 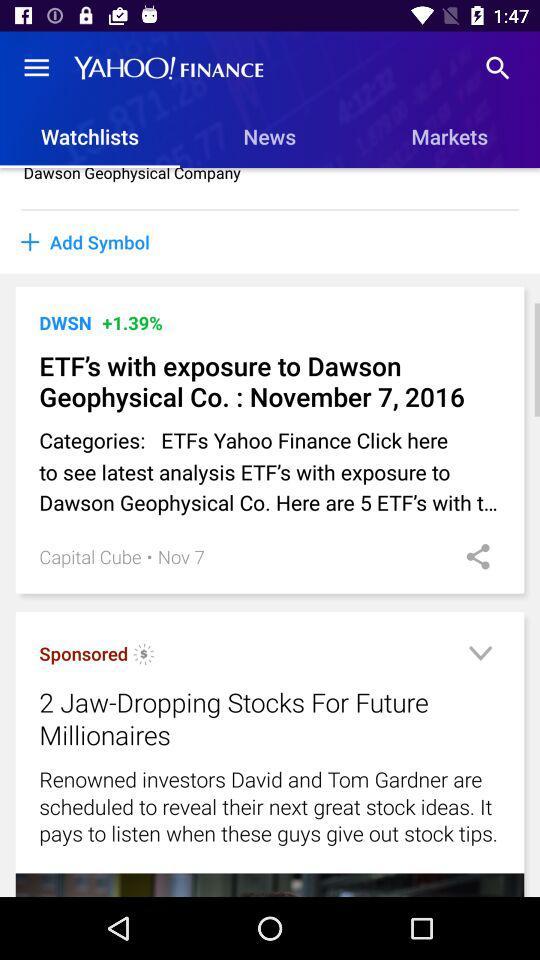 I want to click on the icon above markets, so click(x=496, y=68).